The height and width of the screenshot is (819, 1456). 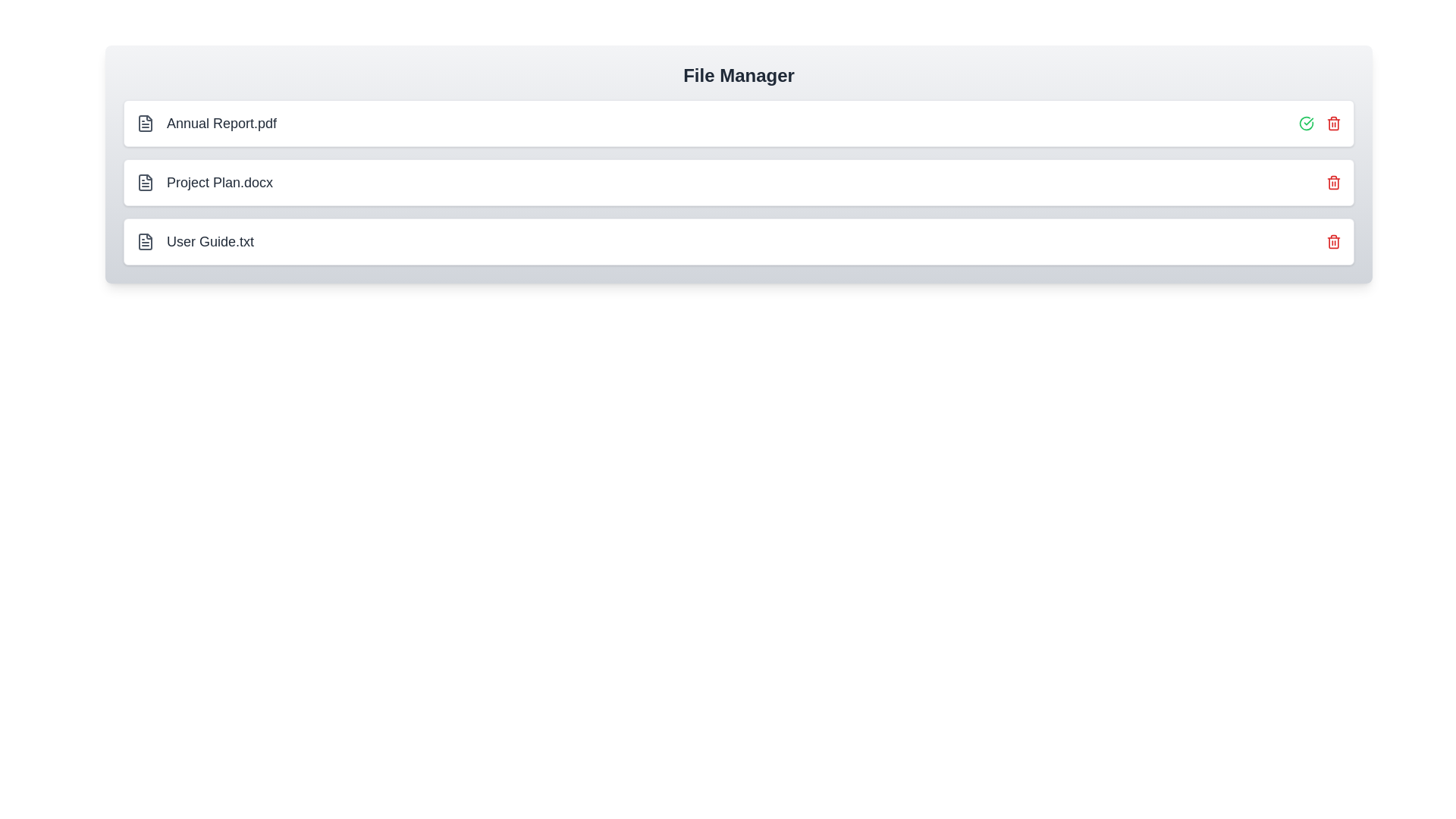 I want to click on the icon representing the document file 'Annual Report.pdf', so click(x=146, y=122).